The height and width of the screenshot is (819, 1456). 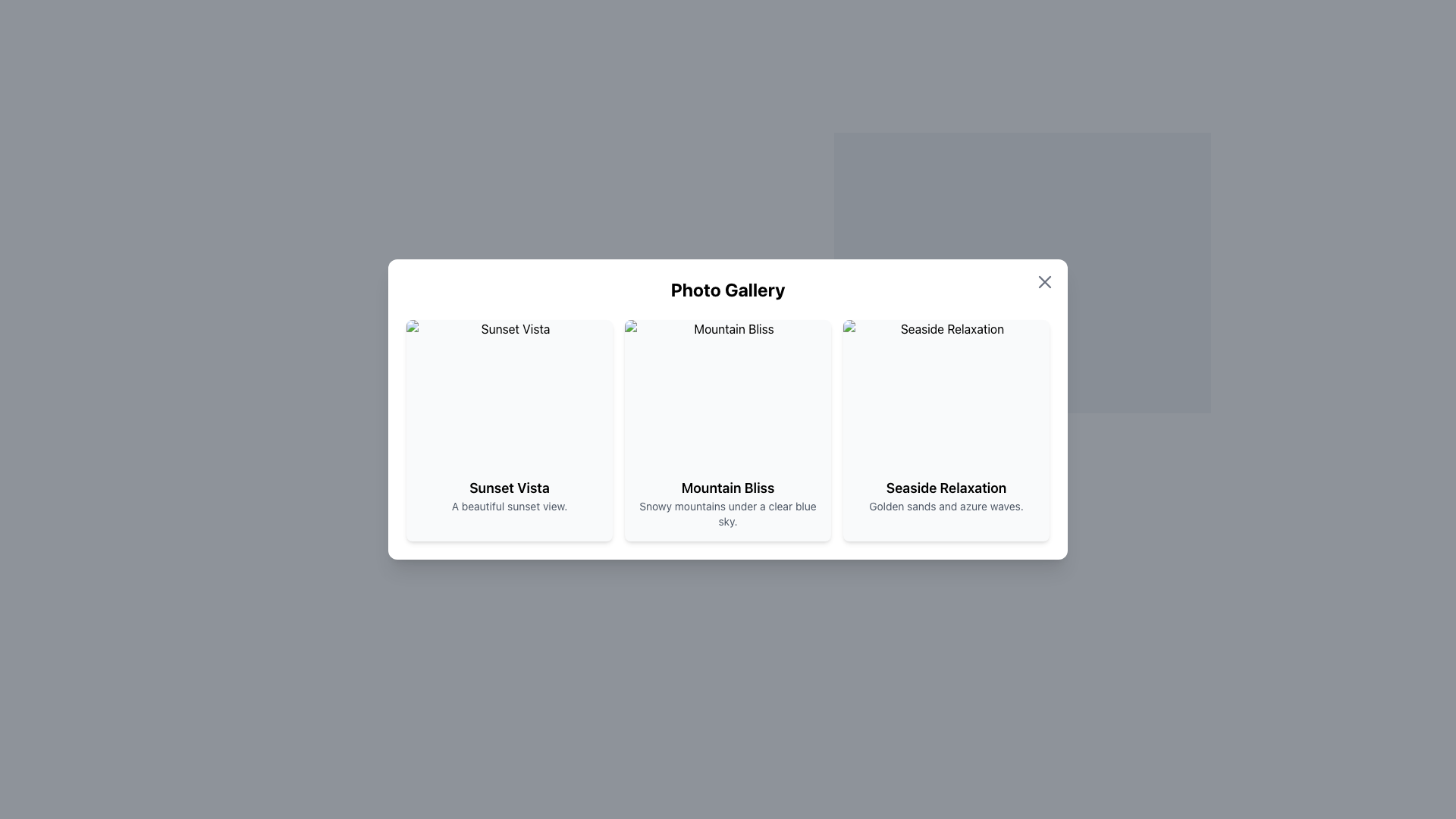 I want to click on the card titled 'Mountain Bliss' which displays a subtitle 'Snowy mountains under a clear blue sky' in the photo gallery modal, so click(x=728, y=430).